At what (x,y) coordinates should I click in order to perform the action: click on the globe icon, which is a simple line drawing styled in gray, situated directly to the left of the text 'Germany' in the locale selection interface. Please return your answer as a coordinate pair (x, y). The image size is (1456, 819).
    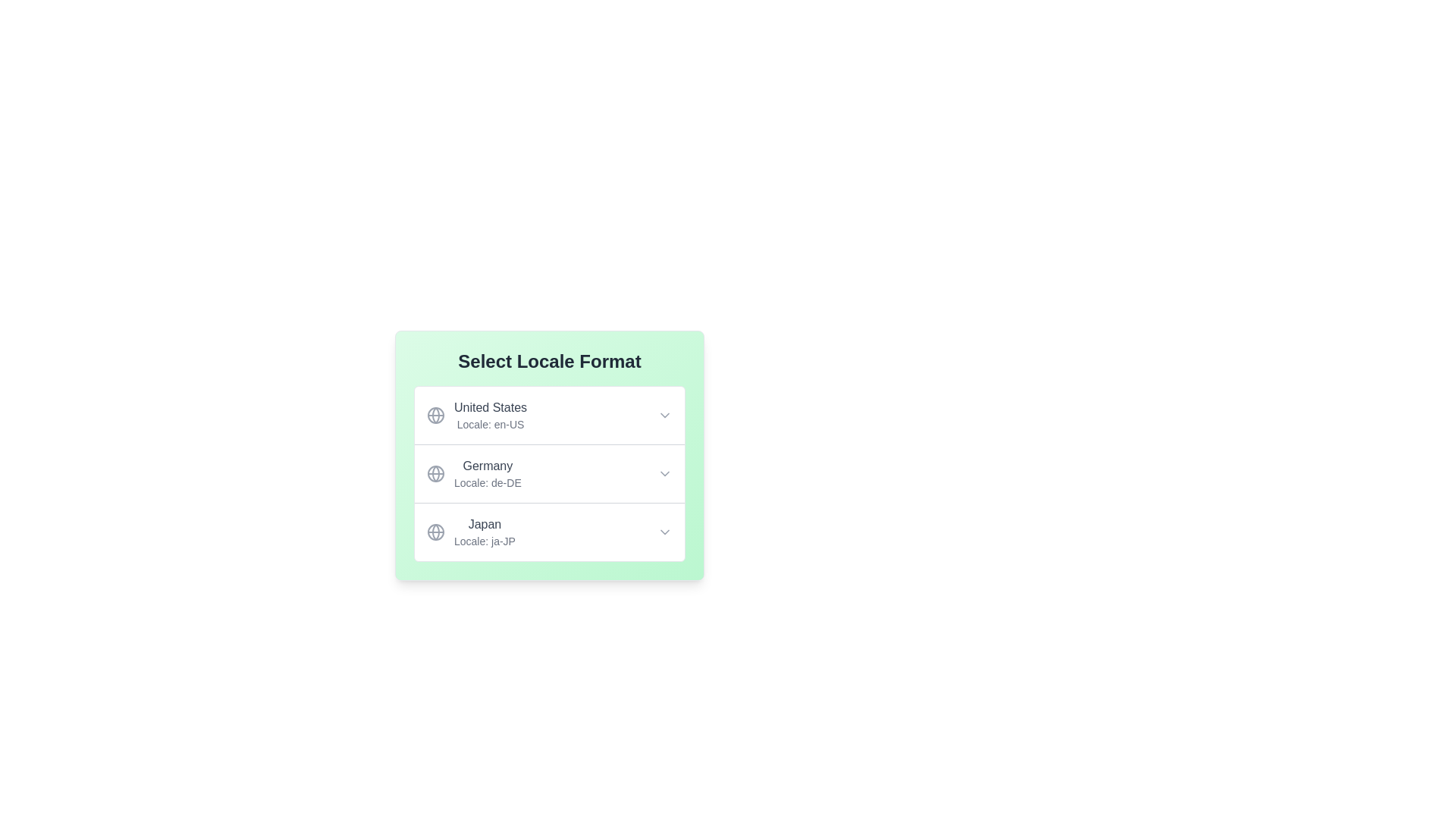
    Looking at the image, I should click on (435, 472).